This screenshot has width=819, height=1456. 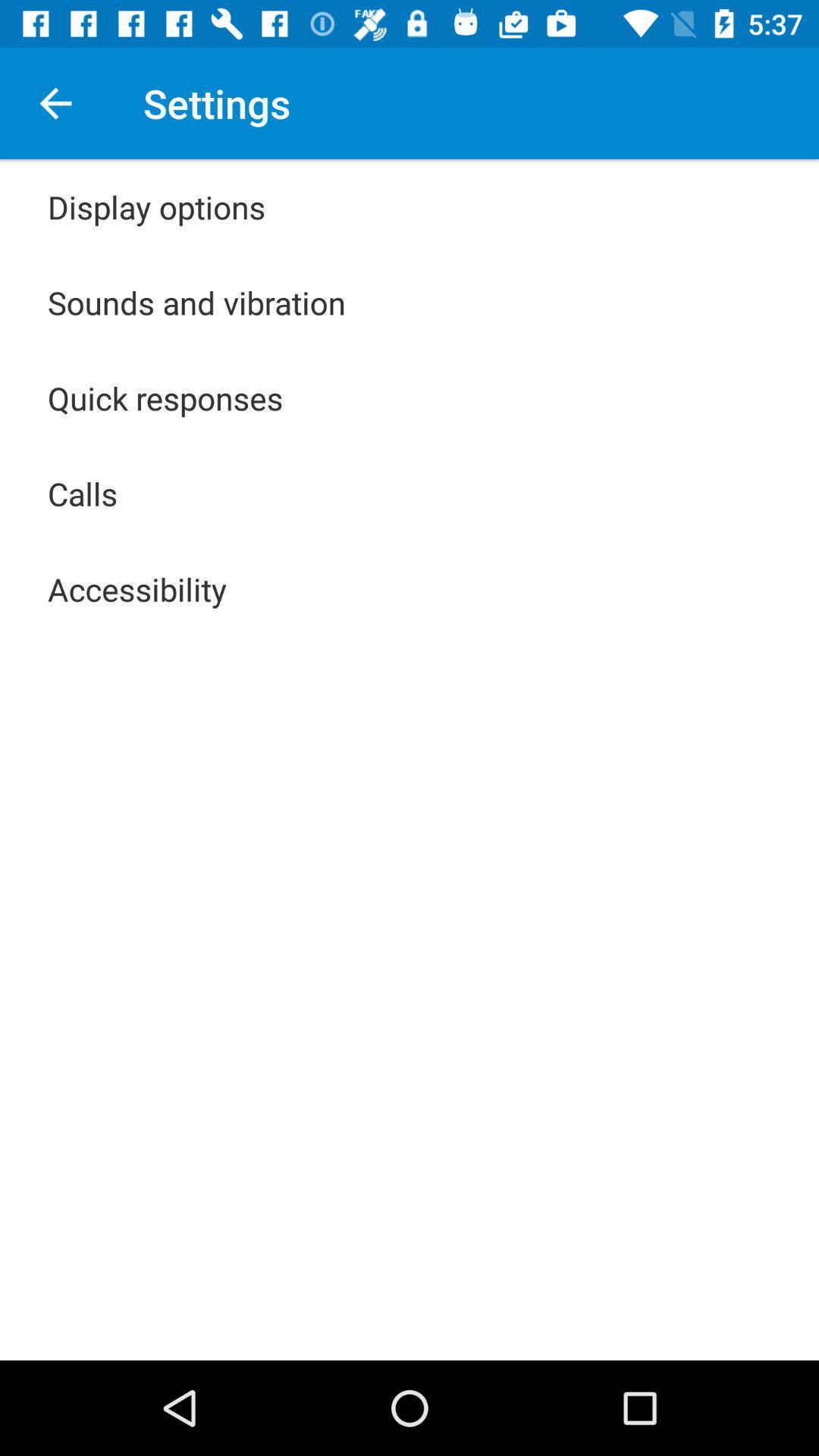 I want to click on the app to the left of settings icon, so click(x=55, y=102).